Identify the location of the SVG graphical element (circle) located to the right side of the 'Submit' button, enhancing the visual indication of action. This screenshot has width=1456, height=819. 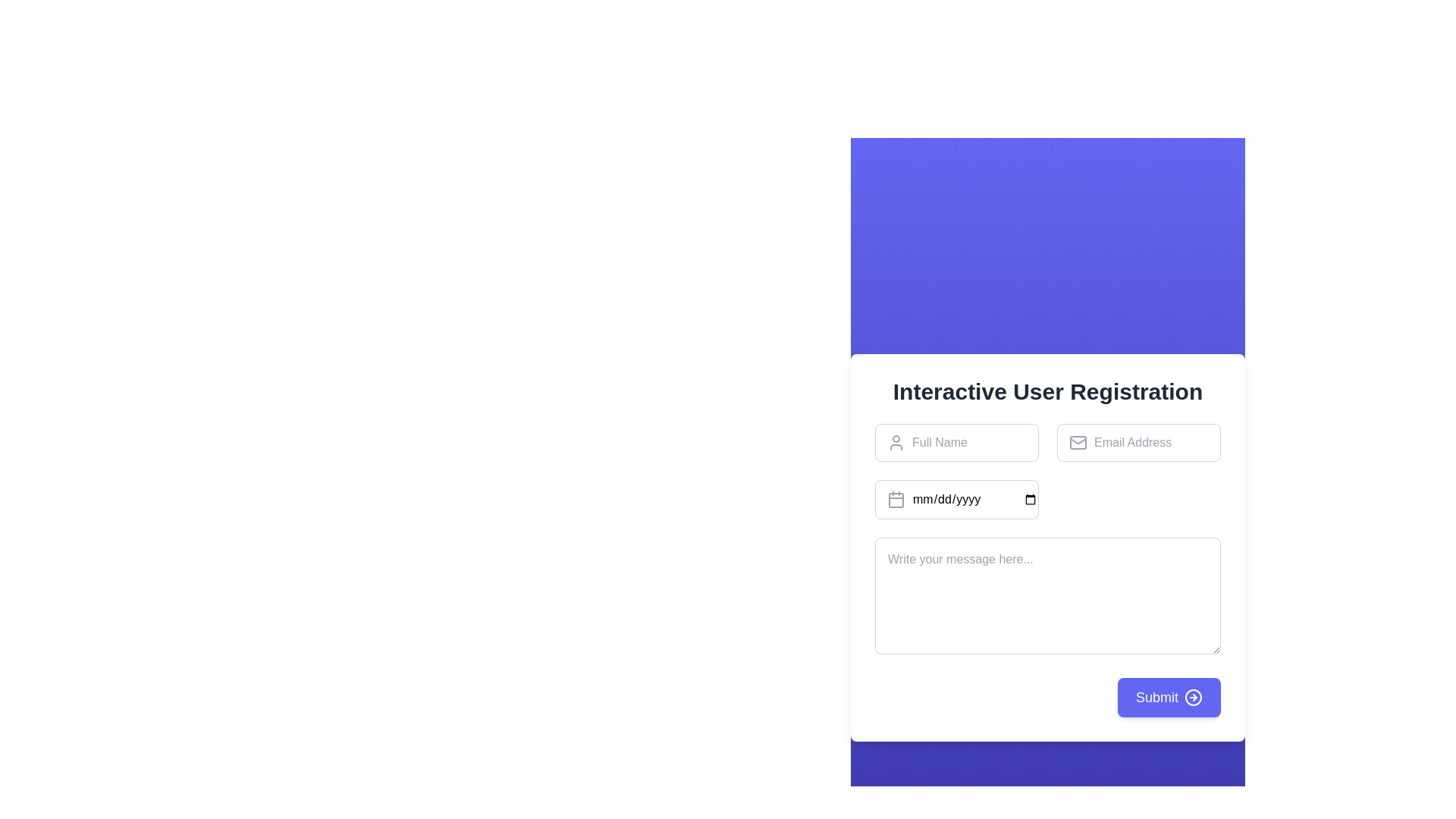
(1193, 697).